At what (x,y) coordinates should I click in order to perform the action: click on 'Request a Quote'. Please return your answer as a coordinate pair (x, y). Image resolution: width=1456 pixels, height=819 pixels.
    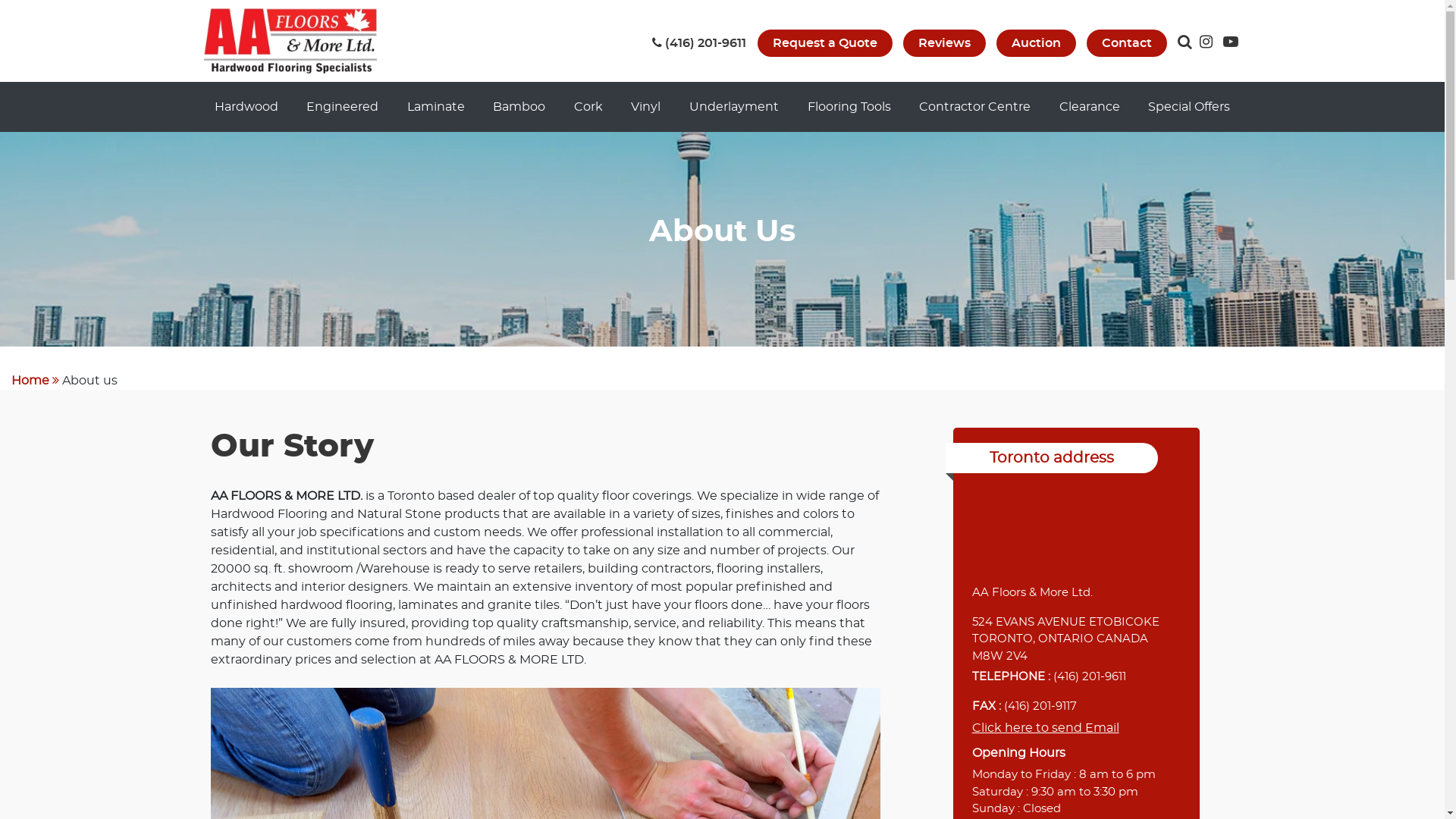
    Looking at the image, I should click on (823, 42).